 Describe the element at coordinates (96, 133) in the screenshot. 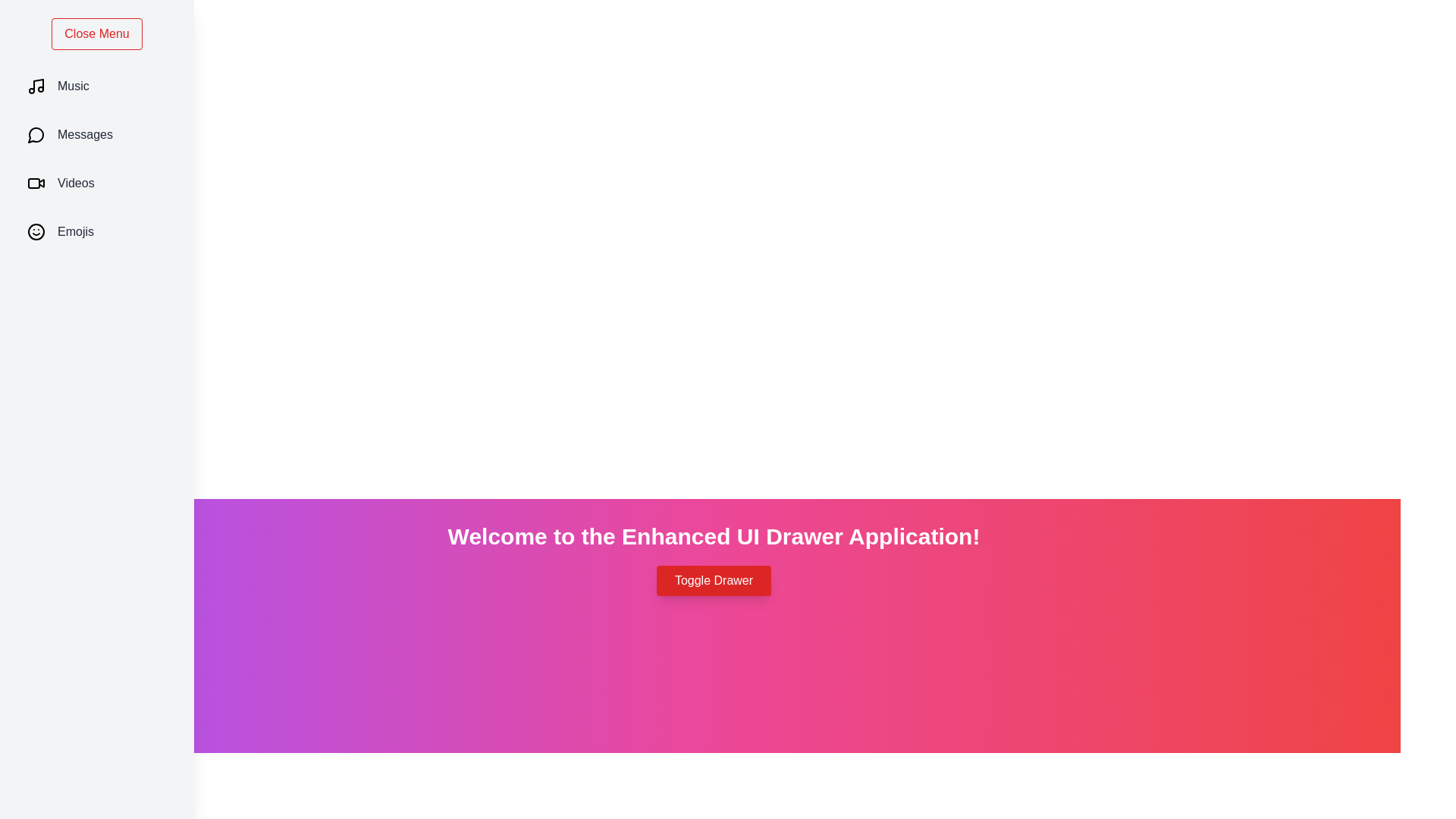

I see `the menu item labeled Messages` at that location.